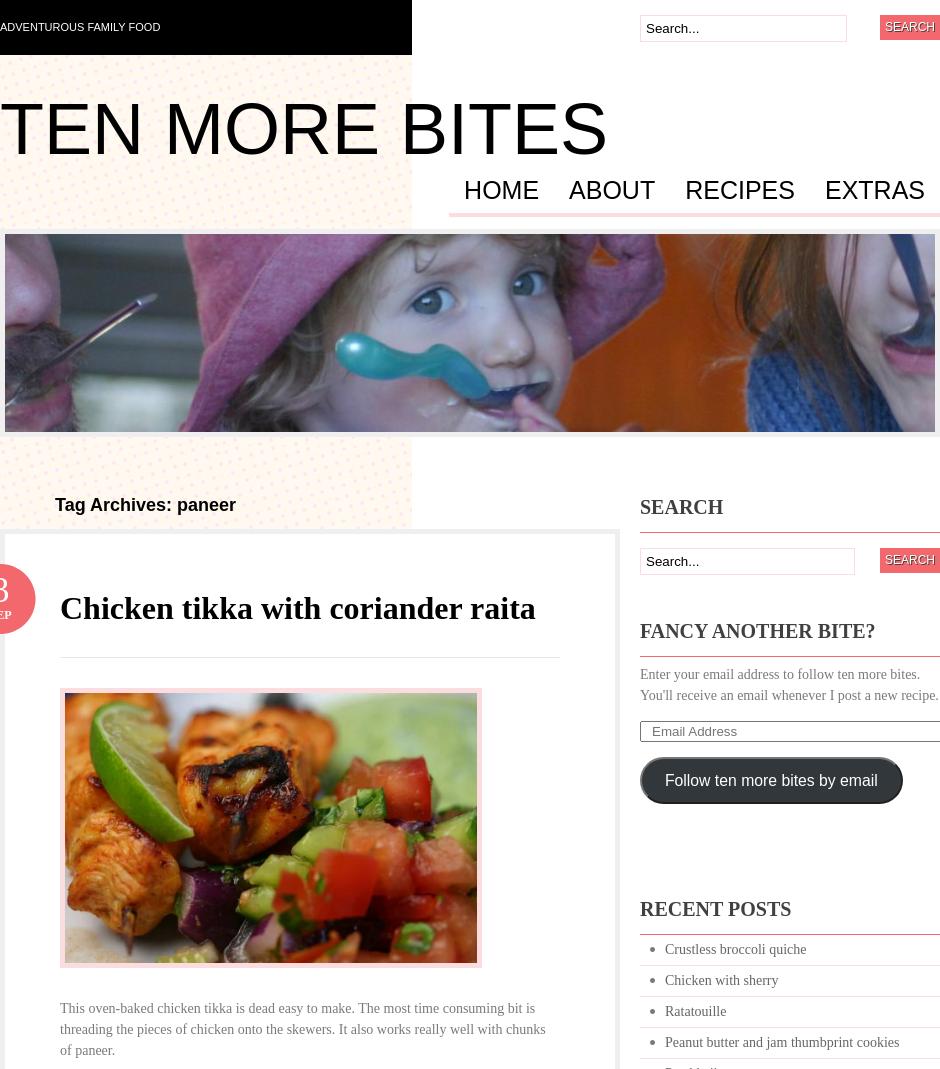  Describe the element at coordinates (144, 503) in the screenshot. I see `'Tag Archives: paneer'` at that location.